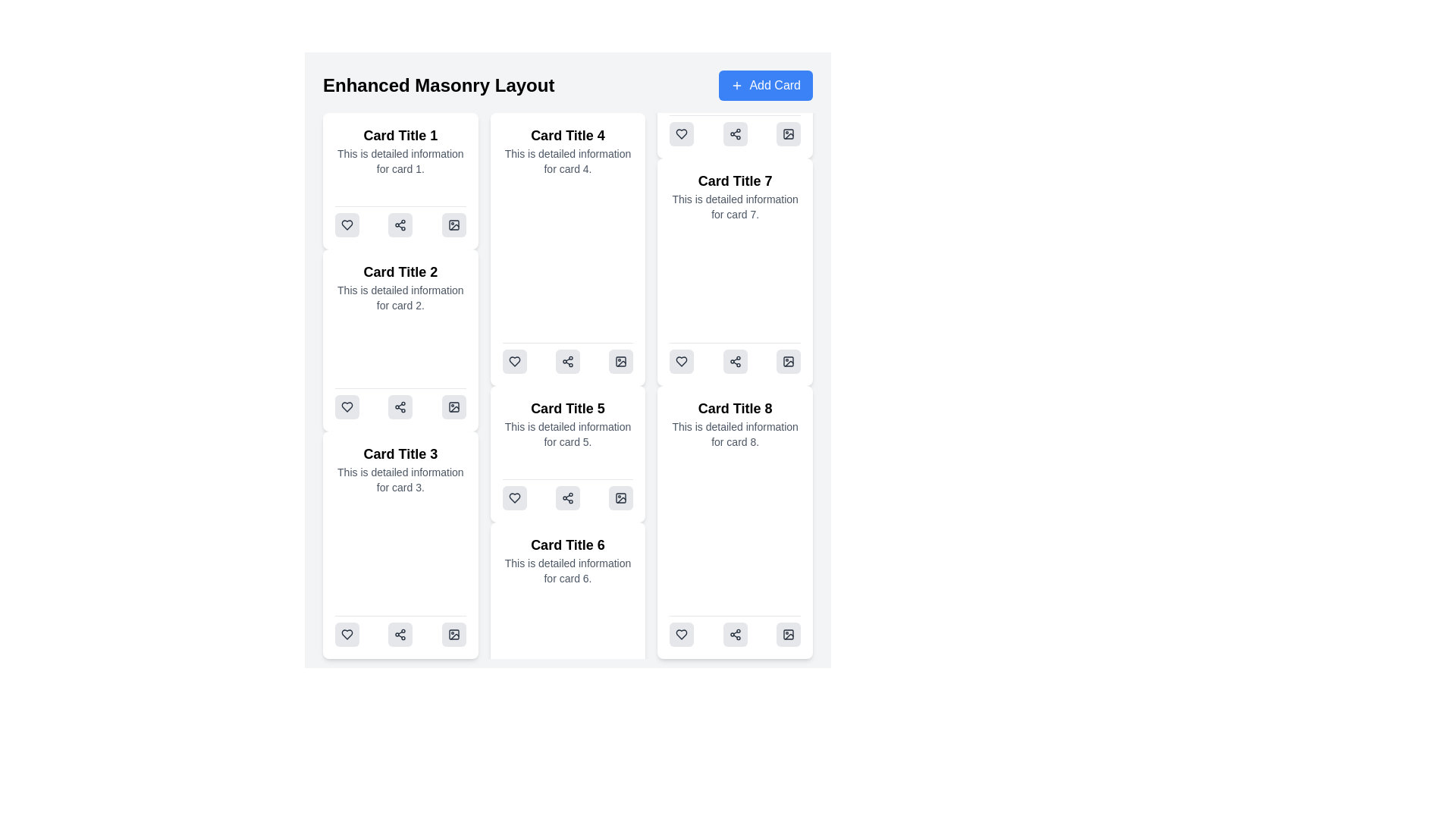 This screenshot has height=819, width=1456. I want to click on the leftmost heart-shaped icon within the footer section of the card labeled 'Card Title 8', so click(681, 635).